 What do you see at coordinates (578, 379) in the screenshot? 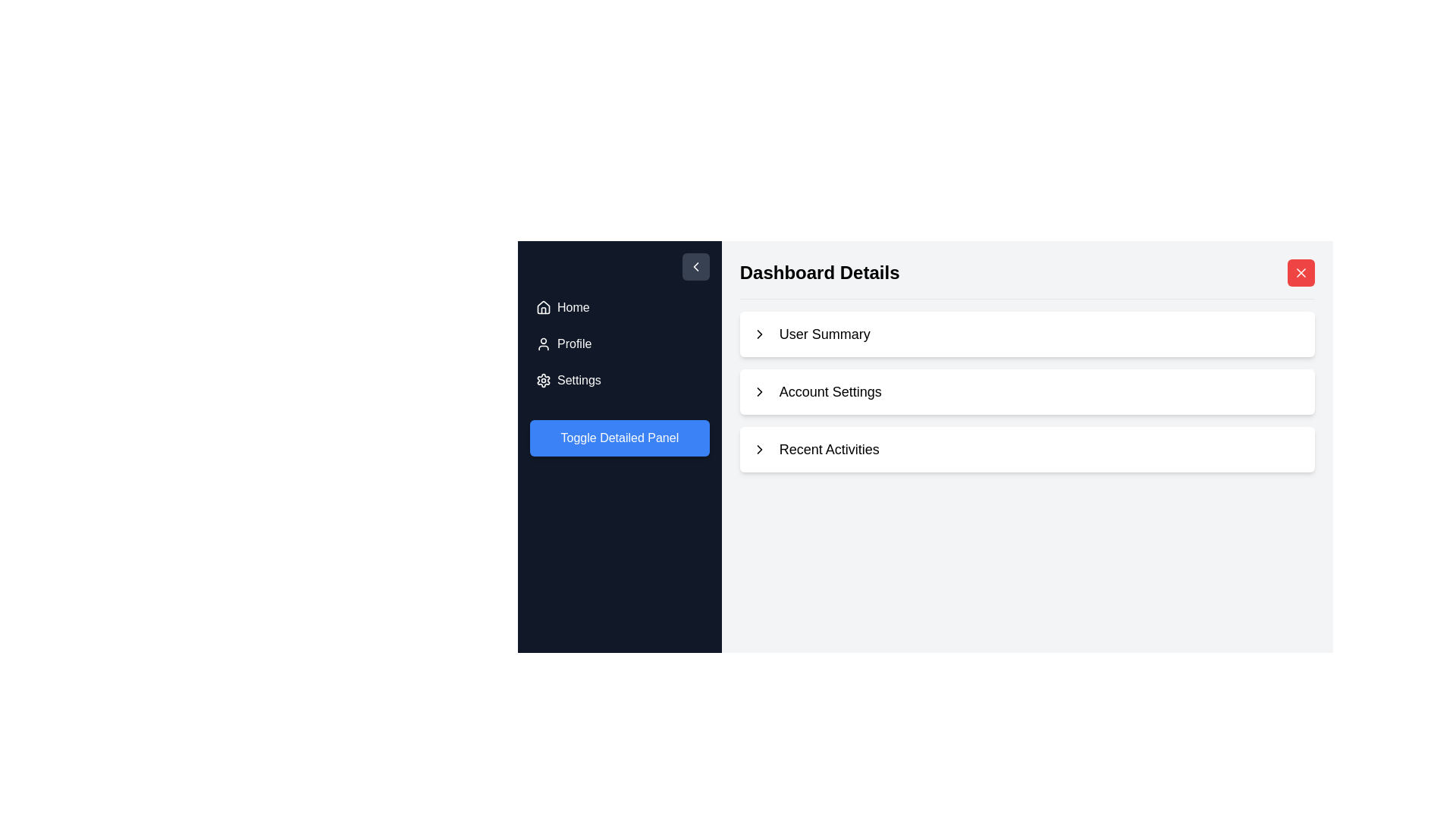
I see `the 'Settings' navigation menu item` at bounding box center [578, 379].